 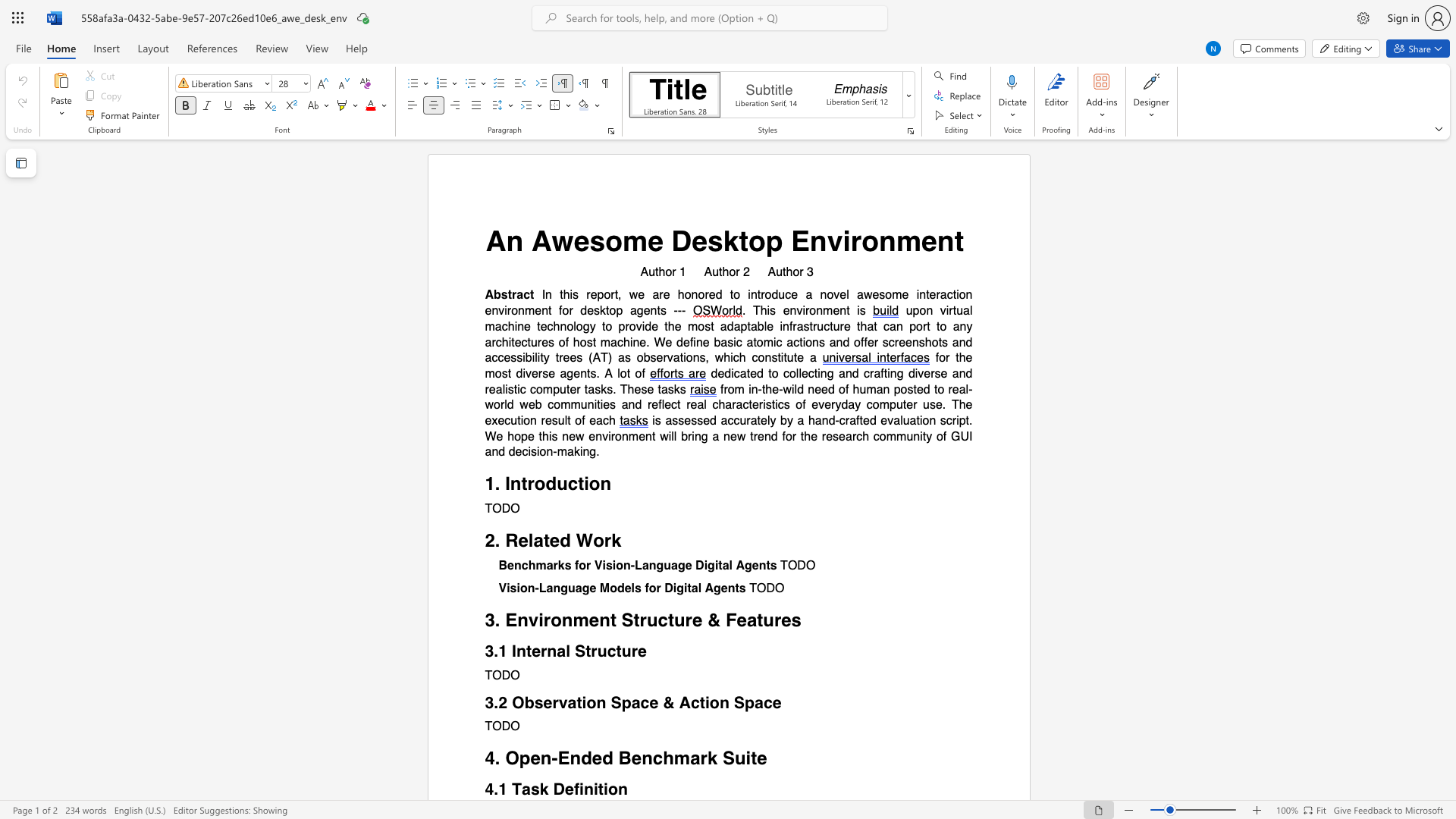 I want to click on the subset text "guage Digi" within the text "Benchmarks for Vision-Language Digital Agents", so click(x=656, y=566).